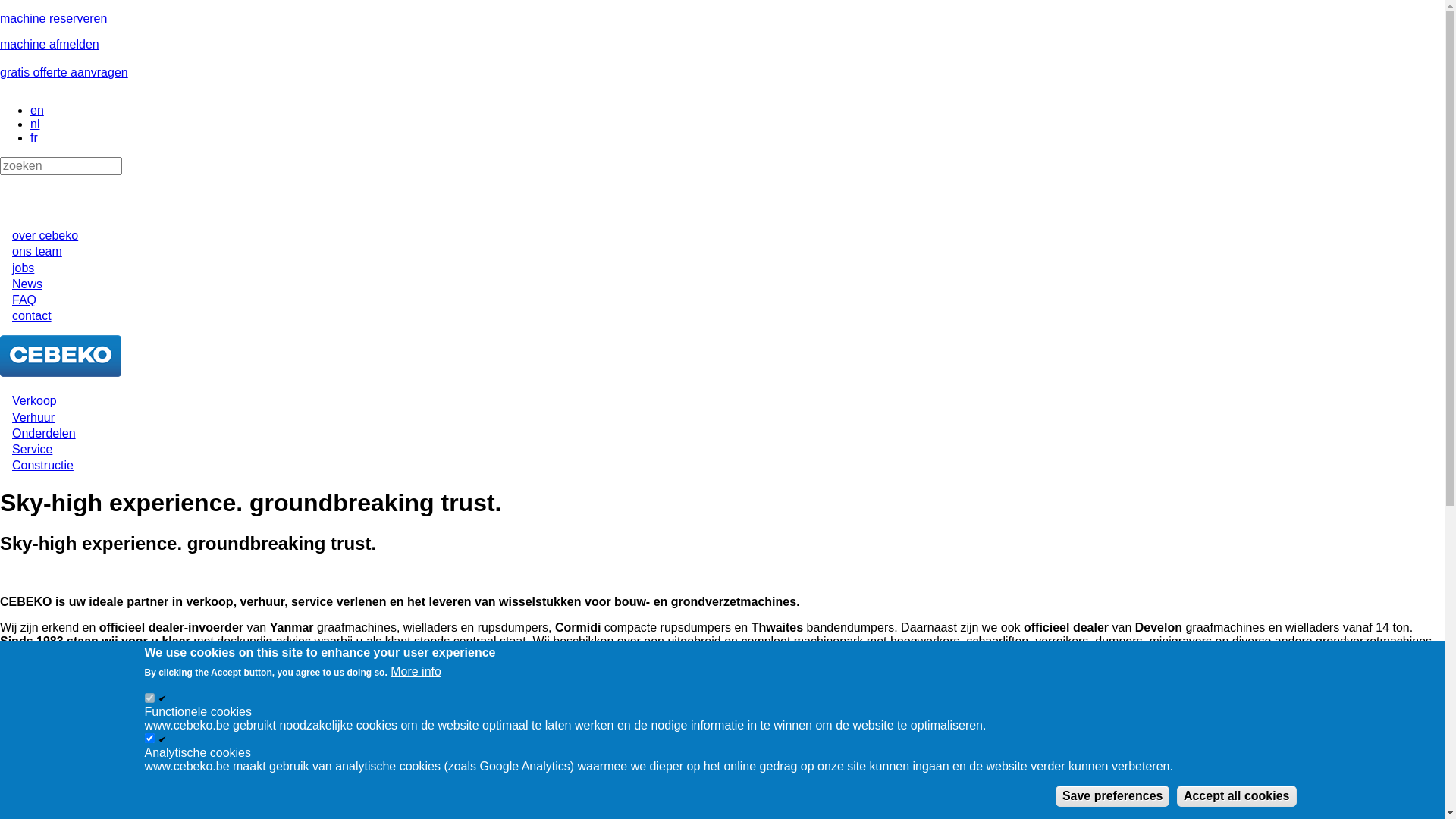  I want to click on 'Verkoop', so click(34, 400).